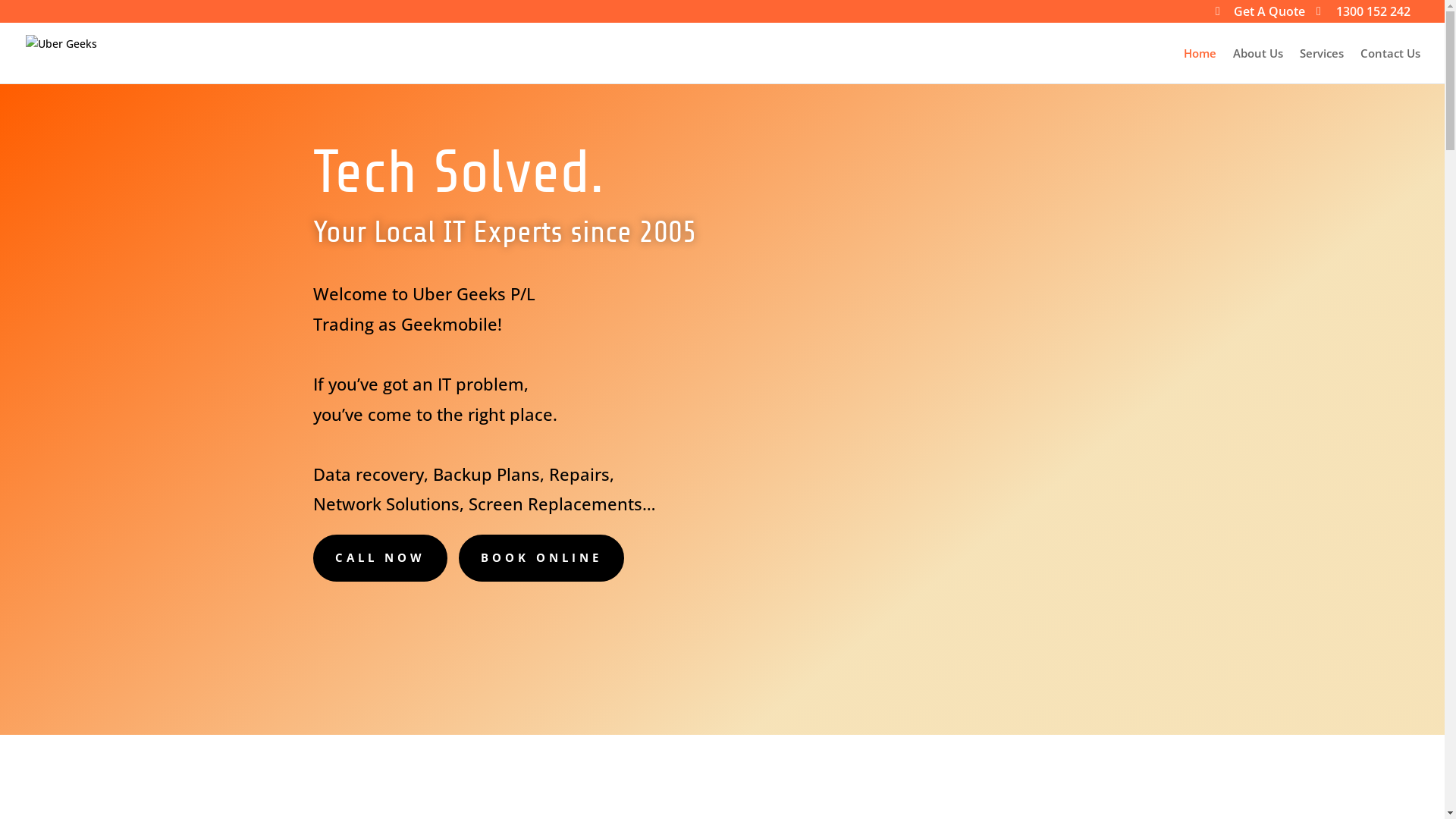 The height and width of the screenshot is (819, 1456). What do you see at coordinates (1260, 15) in the screenshot?
I see `'Get A Quote'` at bounding box center [1260, 15].